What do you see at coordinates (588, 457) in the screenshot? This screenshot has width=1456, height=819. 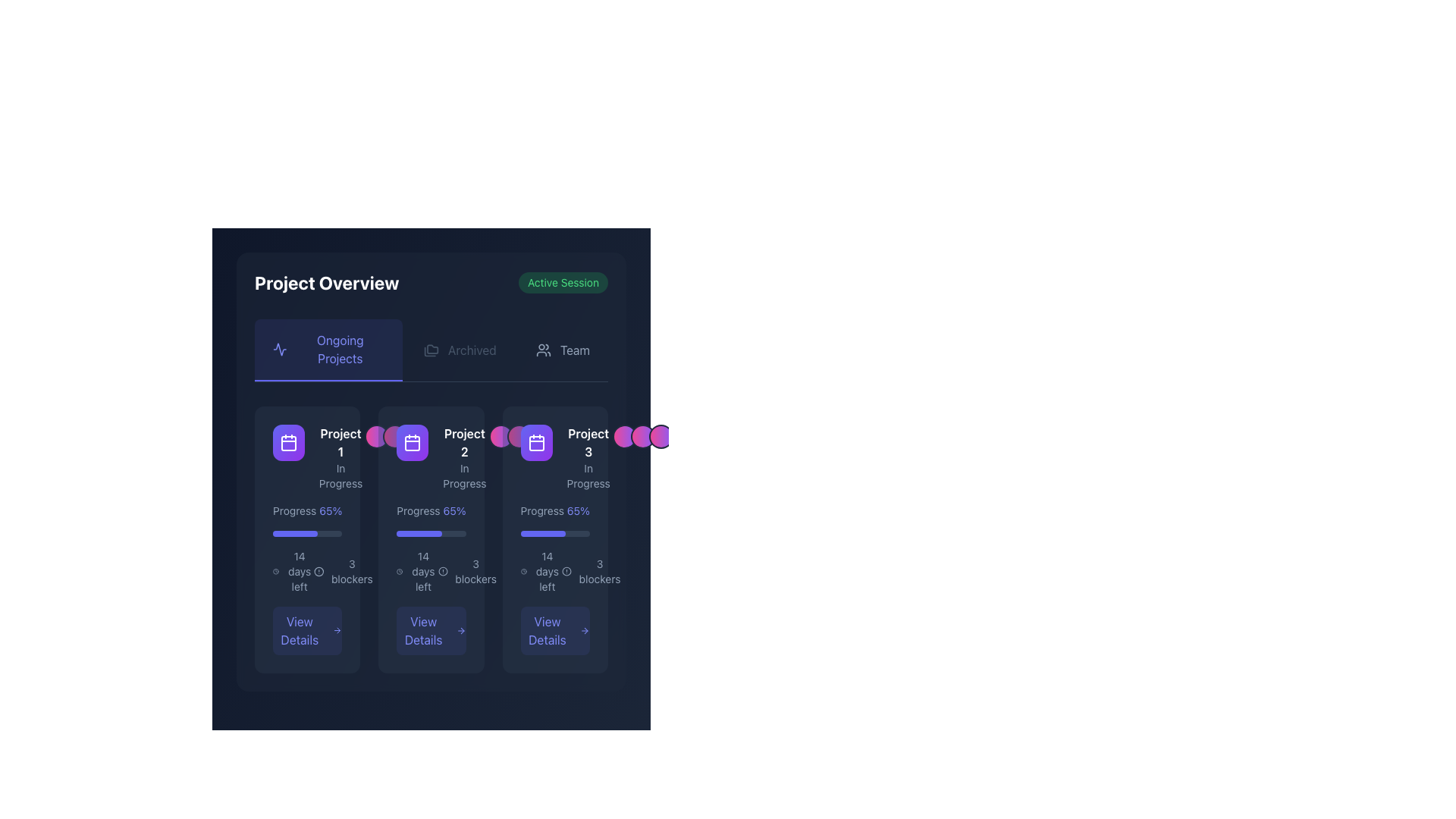 I see `the Display text element that shows 'Project 3' in bold white font followed by 'In Progress' in gray font, located in the third position of the project status cards in the 'Ongoing Projects' section` at bounding box center [588, 457].